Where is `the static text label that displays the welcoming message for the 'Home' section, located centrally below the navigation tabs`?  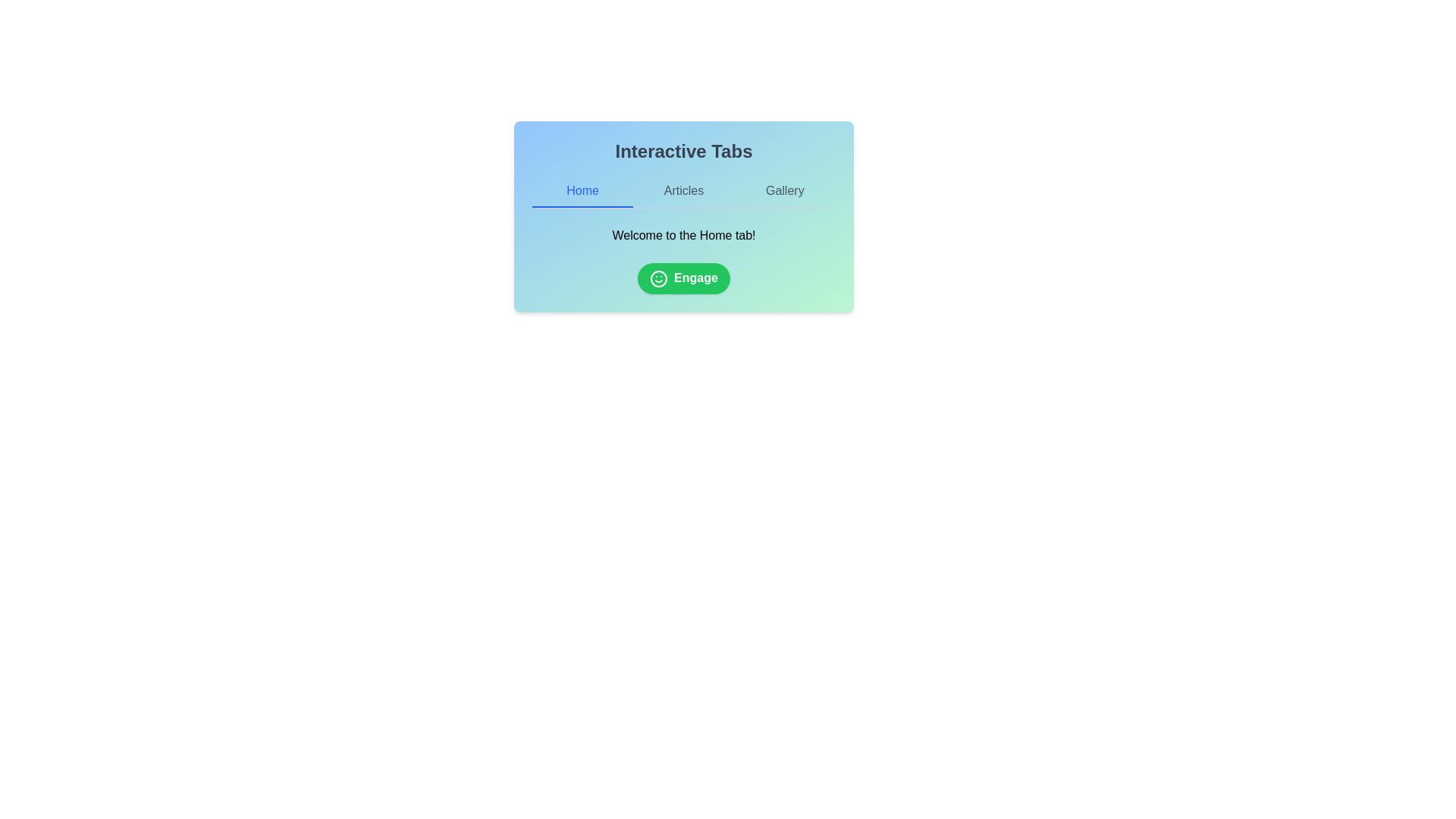
the static text label that displays the welcoming message for the 'Home' section, located centrally below the navigation tabs is located at coordinates (683, 236).